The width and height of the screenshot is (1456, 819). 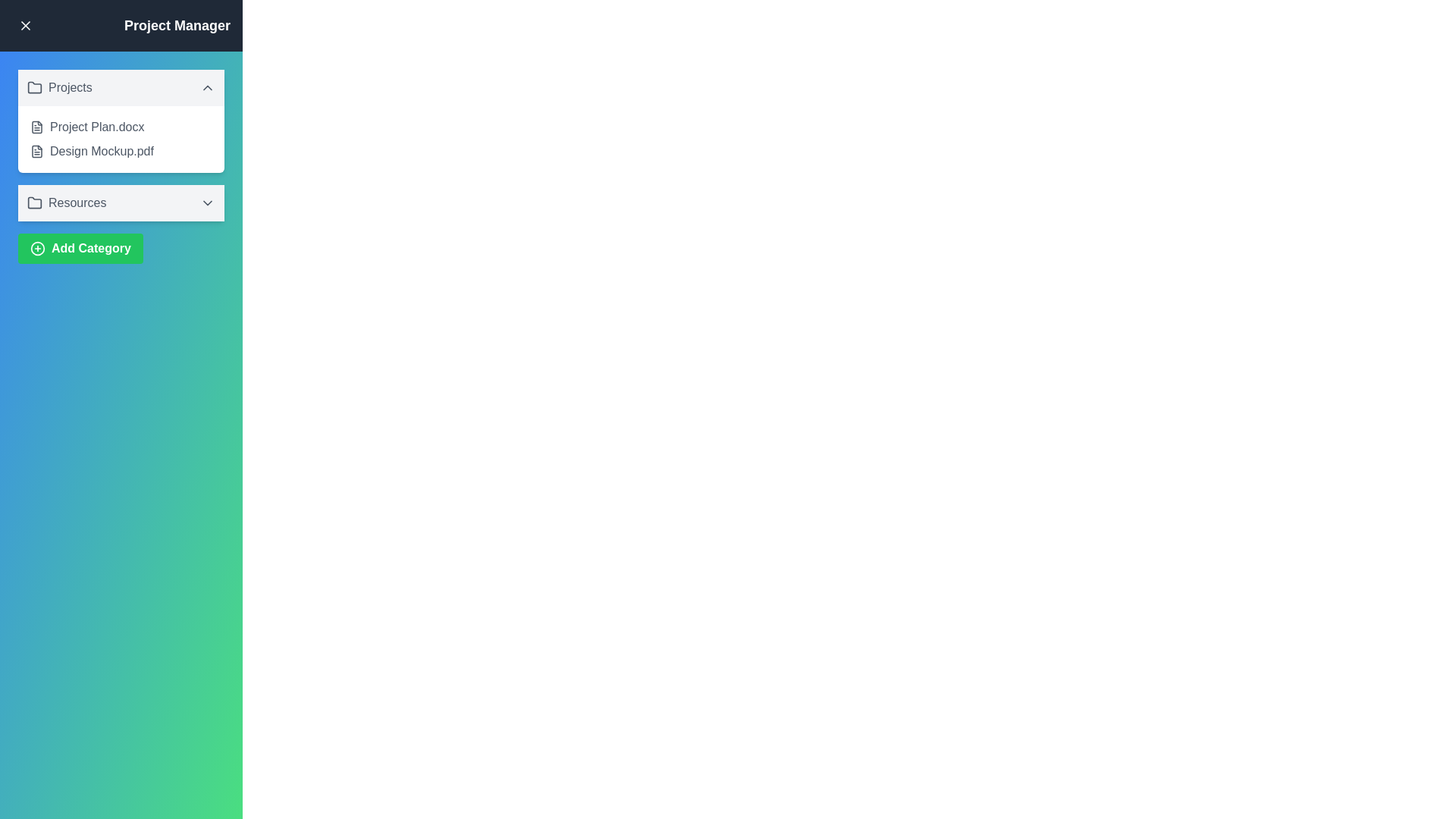 What do you see at coordinates (37, 247) in the screenshot?
I see `the icon within the 'Add Category' button located on the left-hand side of the button's text` at bounding box center [37, 247].